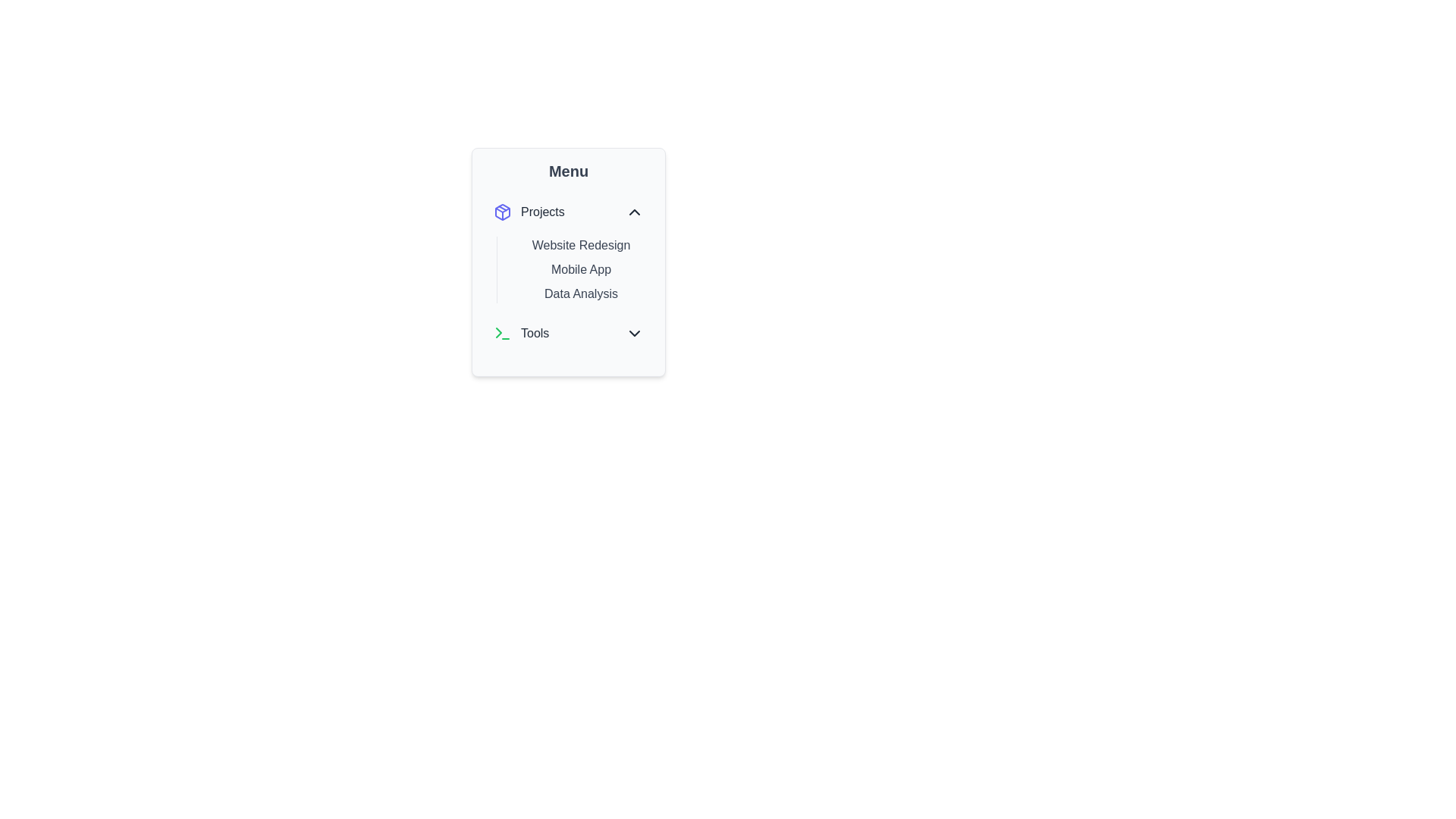  I want to click on 'Mobile App' text label located in the vertical menu under the 'Projects' dropdown for its styling or properties, so click(567, 262).